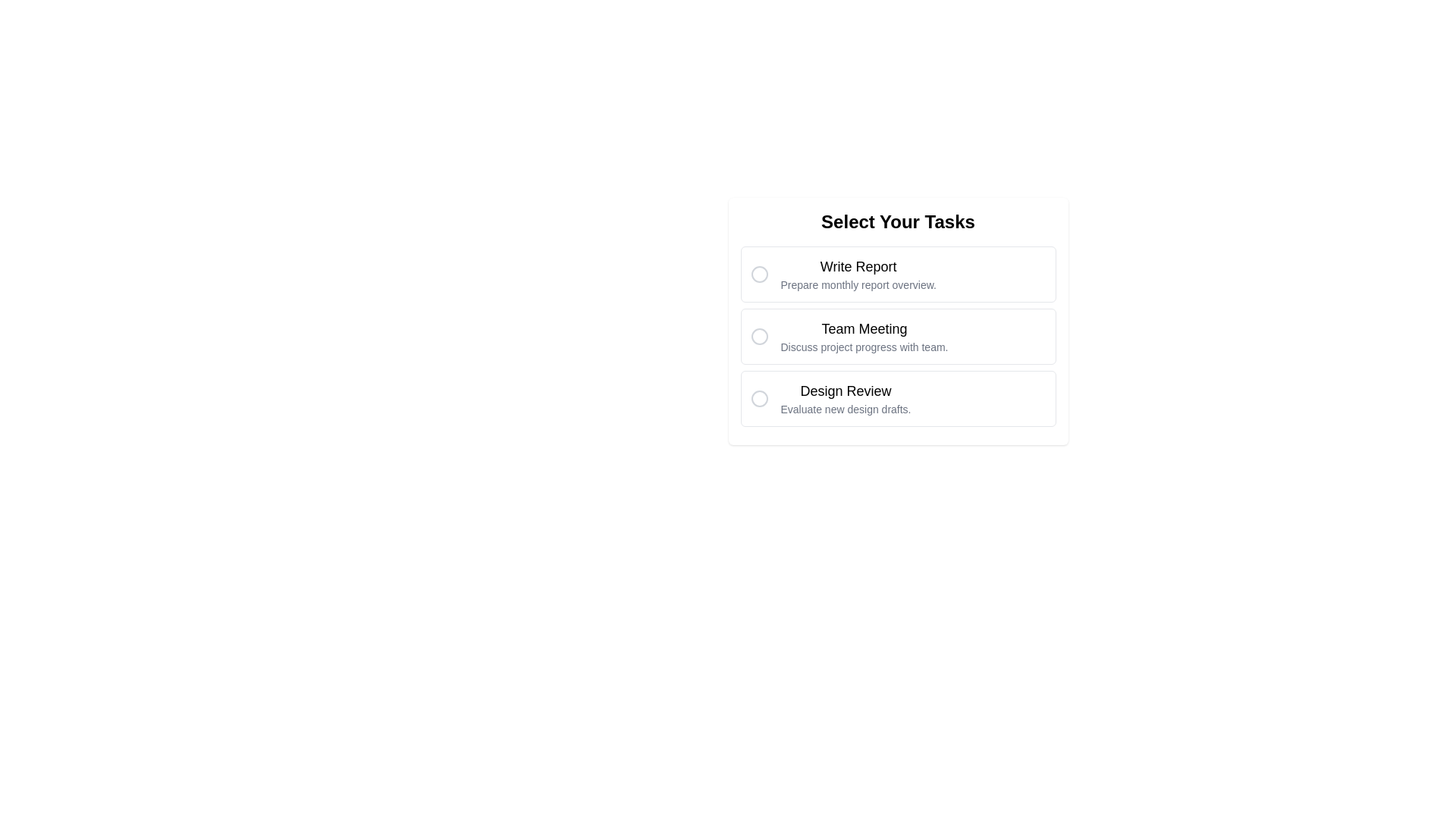 This screenshot has width=1456, height=819. What do you see at coordinates (845, 409) in the screenshot?
I see `the text element that reads 'Evaluate new design drafts.', which is styled in a small gray font and located below the 'Design Review' heading` at bounding box center [845, 409].